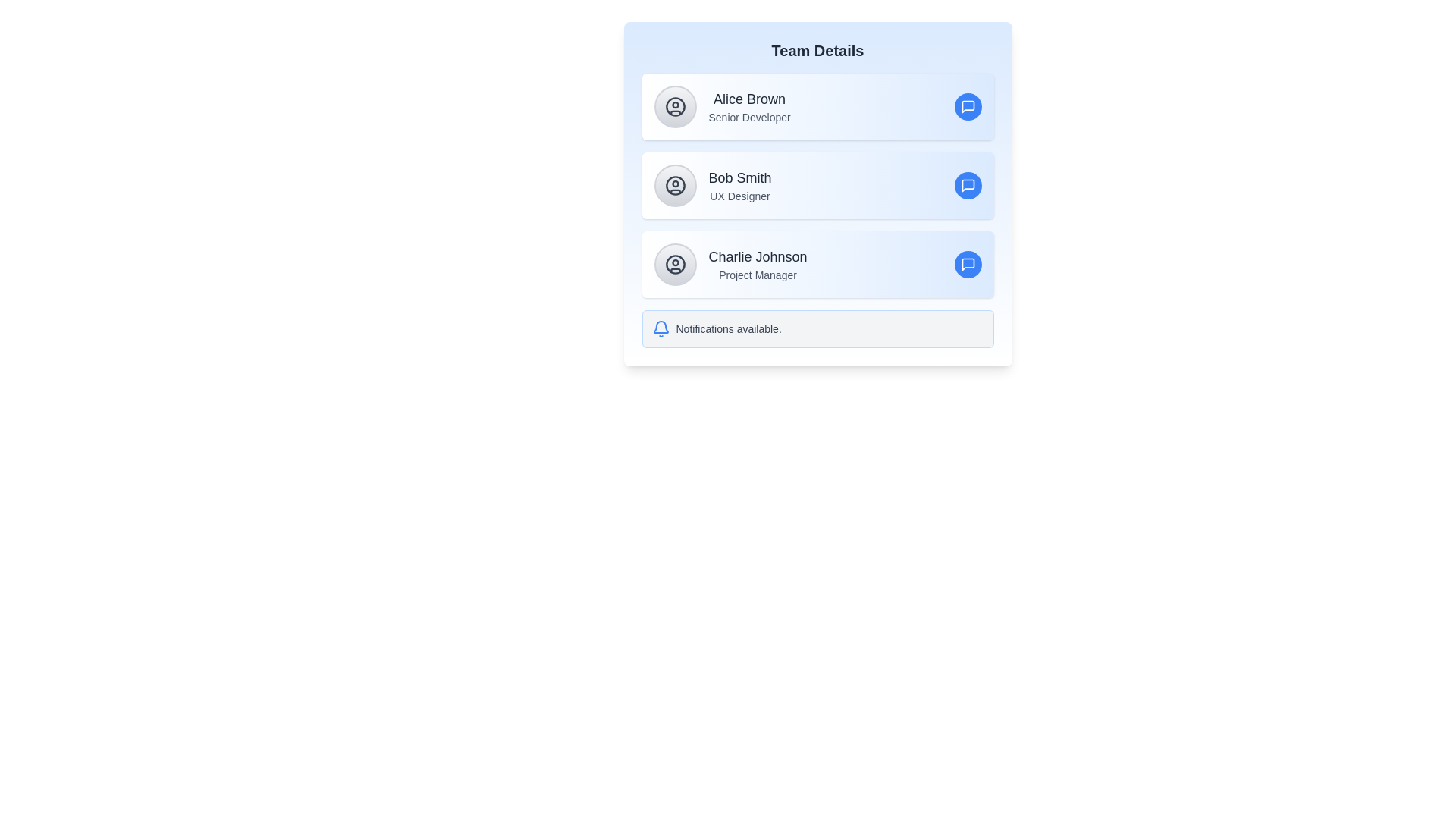  I want to click on the static text label displaying the name 'Bob Smith' in the team details component, which is the top item in the middle card of a list of three cards, so click(739, 177).